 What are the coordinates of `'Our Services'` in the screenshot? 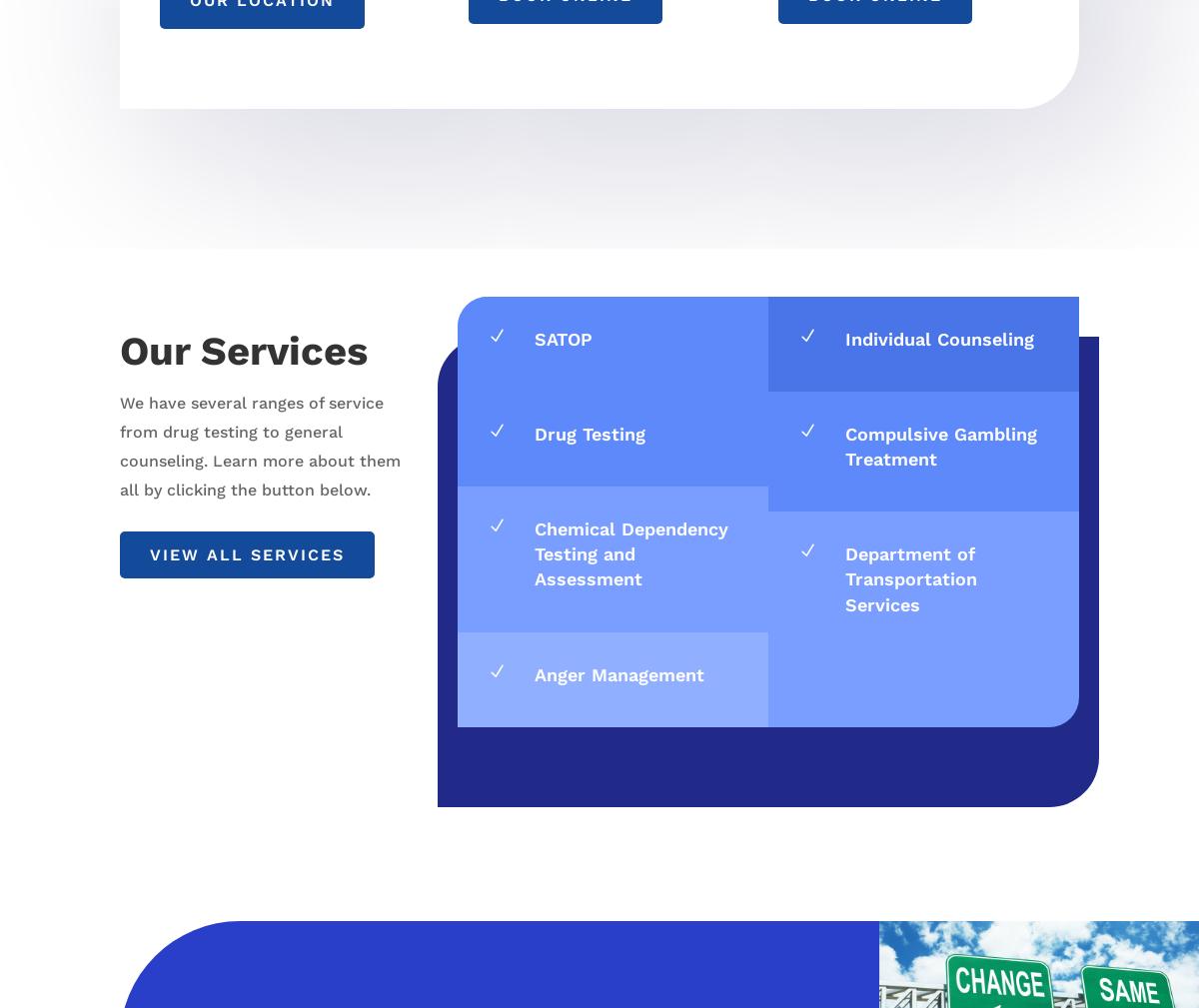 It's located at (242, 350).